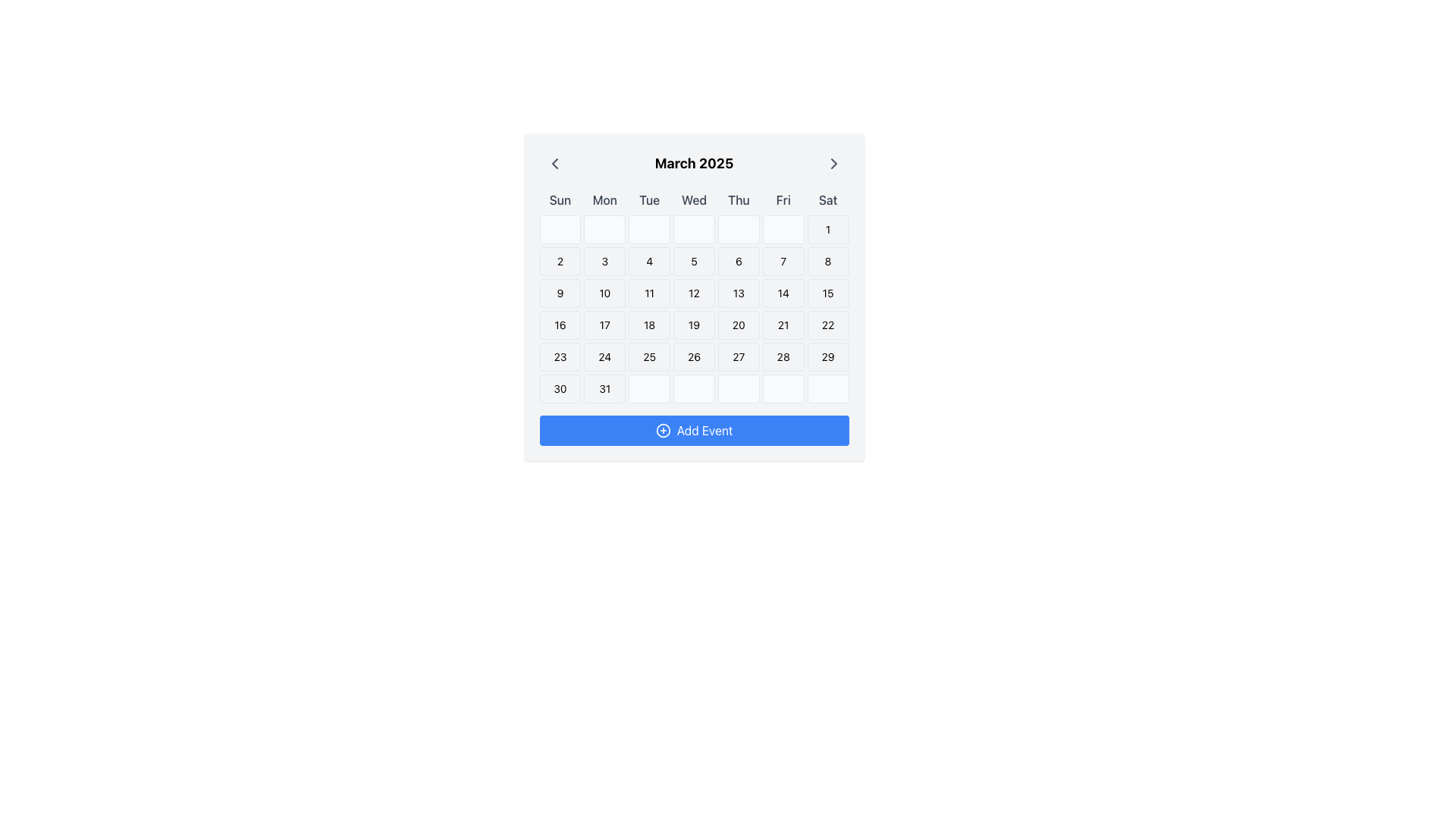 This screenshot has height=819, width=1456. I want to click on the date button representing '17' in the calendar interface, so click(604, 324).